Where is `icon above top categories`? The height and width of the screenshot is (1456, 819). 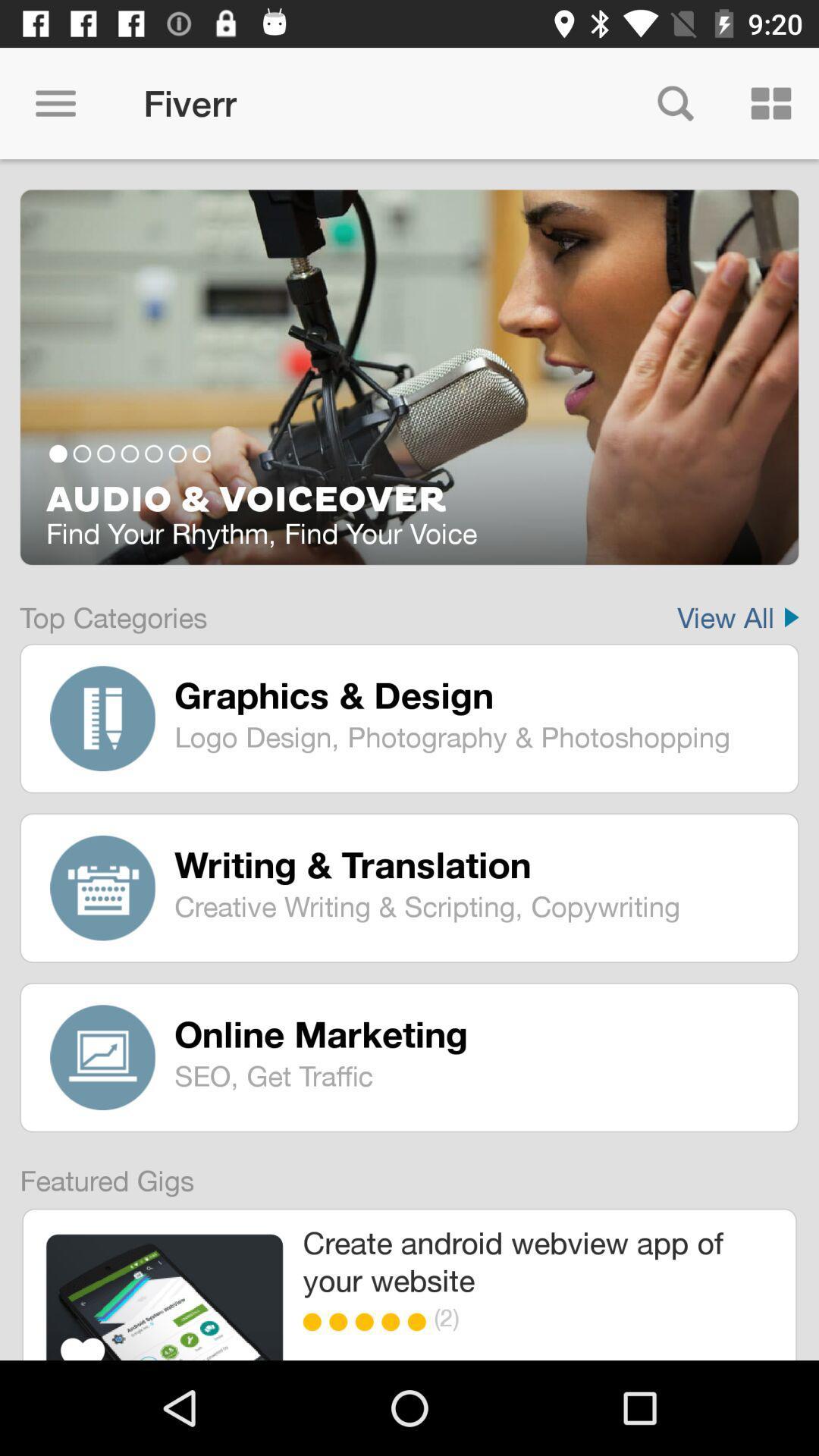 icon above top categories is located at coordinates (409, 377).